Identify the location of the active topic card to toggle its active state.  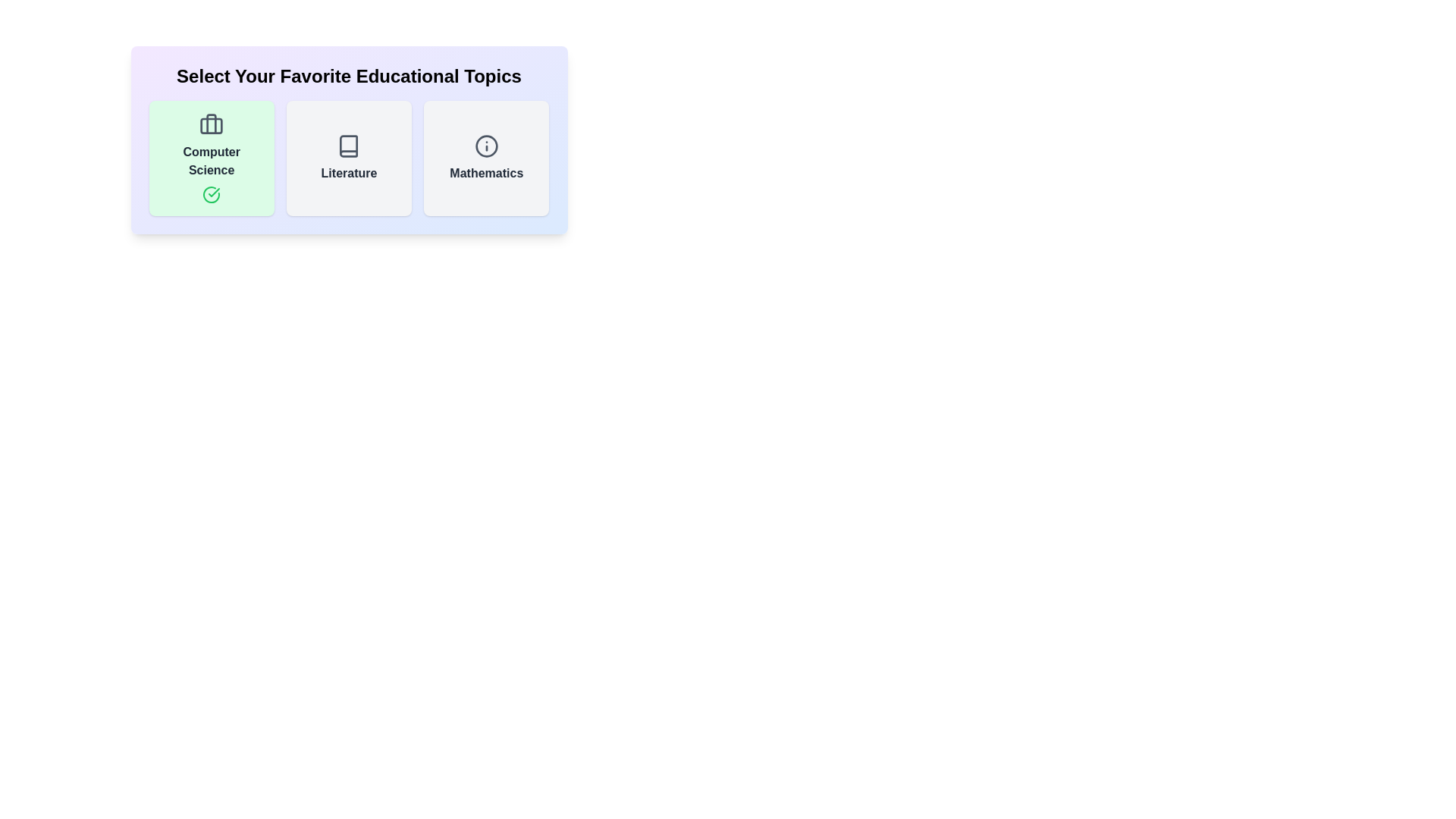
(211, 158).